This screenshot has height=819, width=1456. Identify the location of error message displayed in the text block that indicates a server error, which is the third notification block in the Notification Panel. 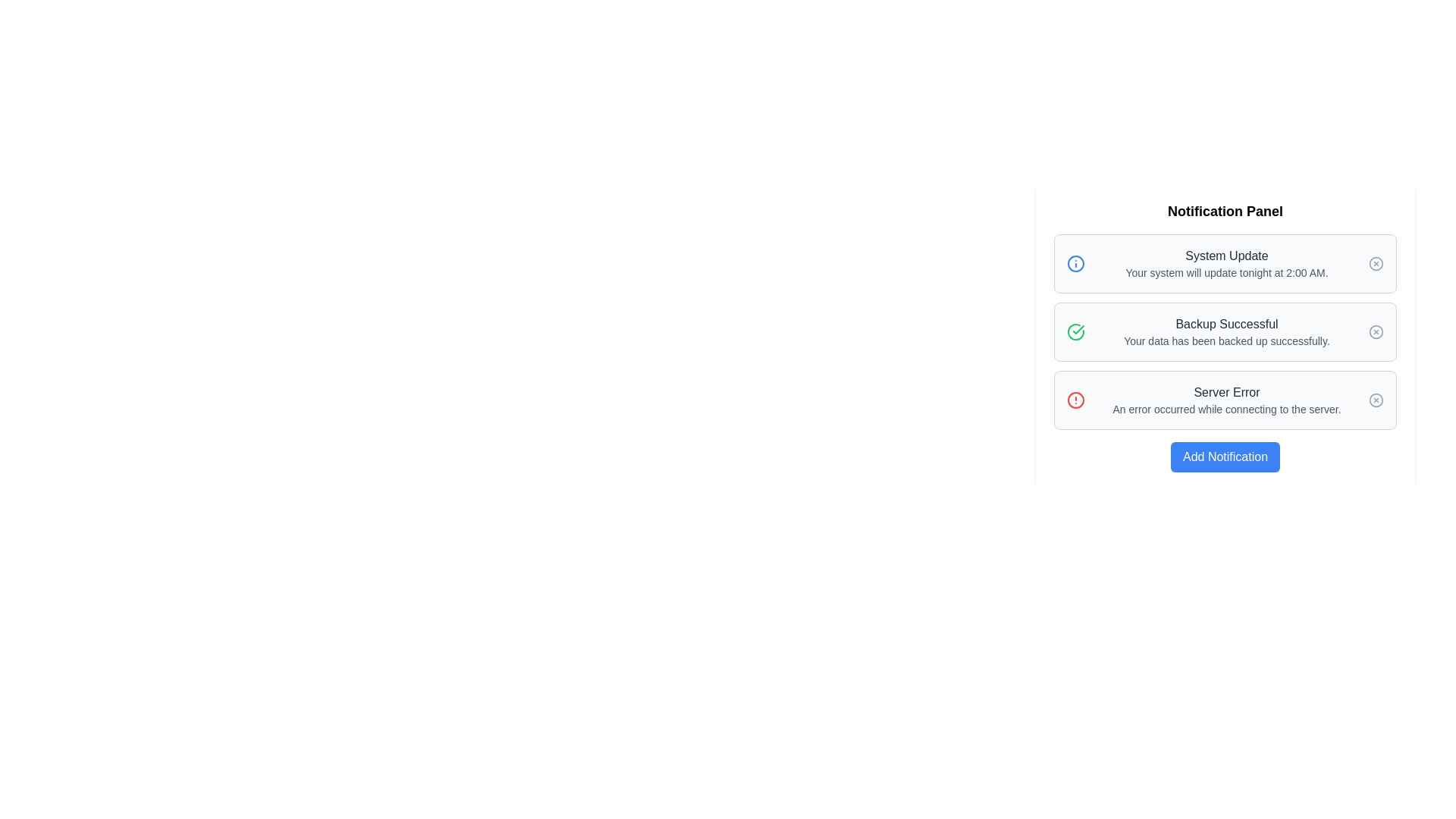
(1226, 400).